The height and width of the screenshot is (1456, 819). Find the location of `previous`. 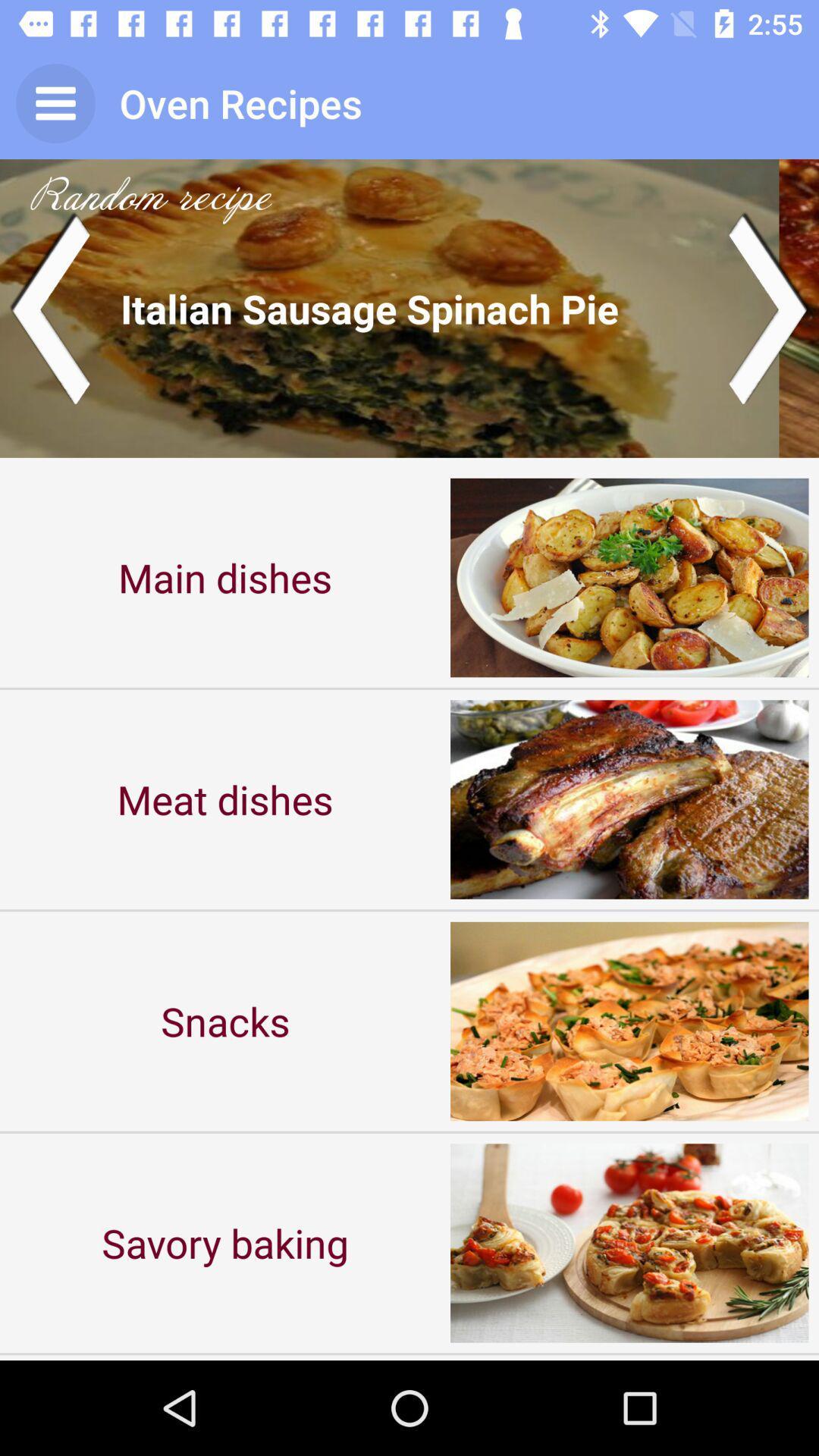

previous is located at coordinates (49, 307).